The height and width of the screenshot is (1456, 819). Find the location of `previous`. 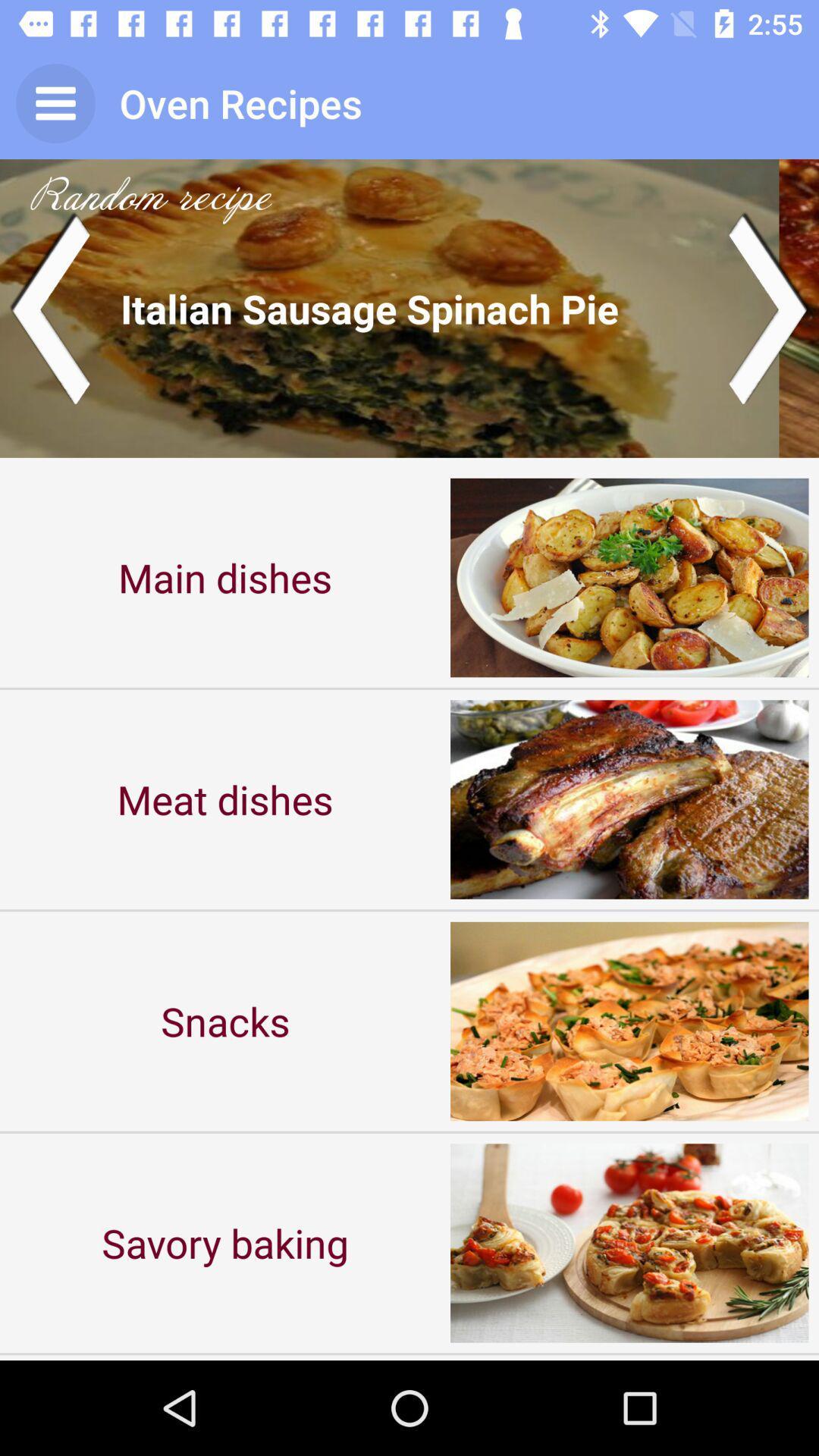

previous is located at coordinates (49, 307).